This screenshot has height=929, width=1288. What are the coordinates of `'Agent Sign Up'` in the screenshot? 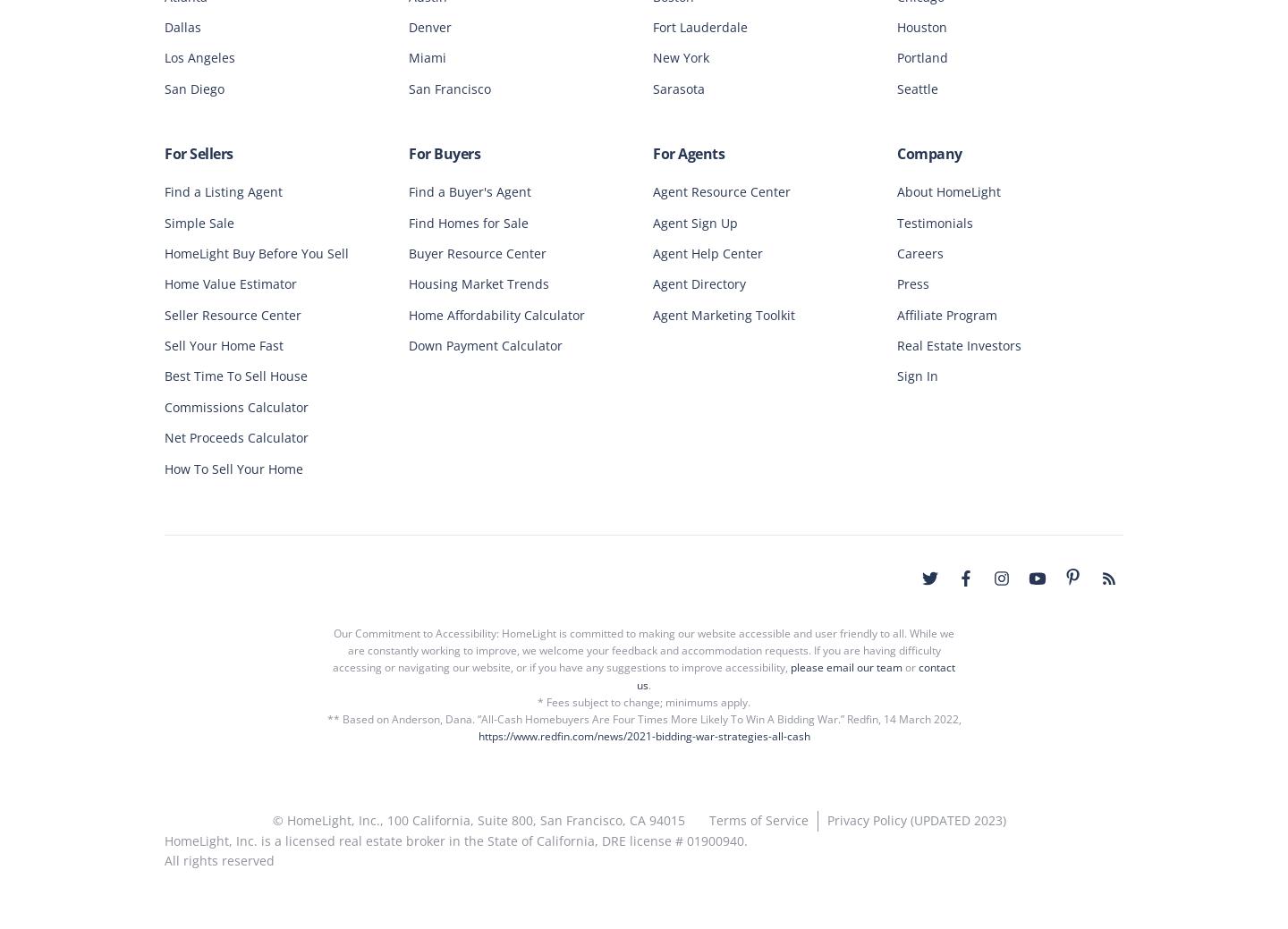 It's located at (694, 221).